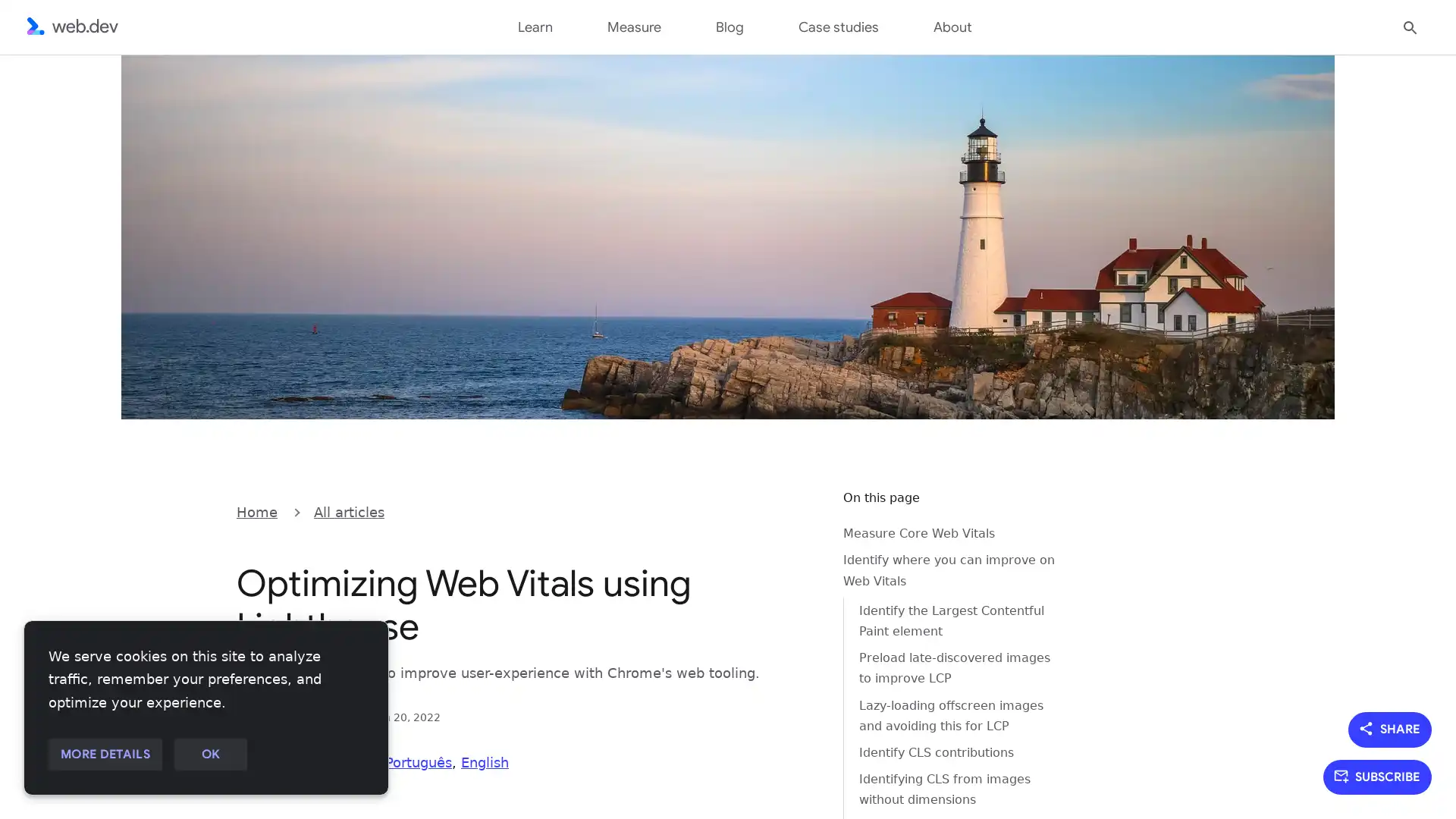  I want to click on SHARE, so click(1390, 728).